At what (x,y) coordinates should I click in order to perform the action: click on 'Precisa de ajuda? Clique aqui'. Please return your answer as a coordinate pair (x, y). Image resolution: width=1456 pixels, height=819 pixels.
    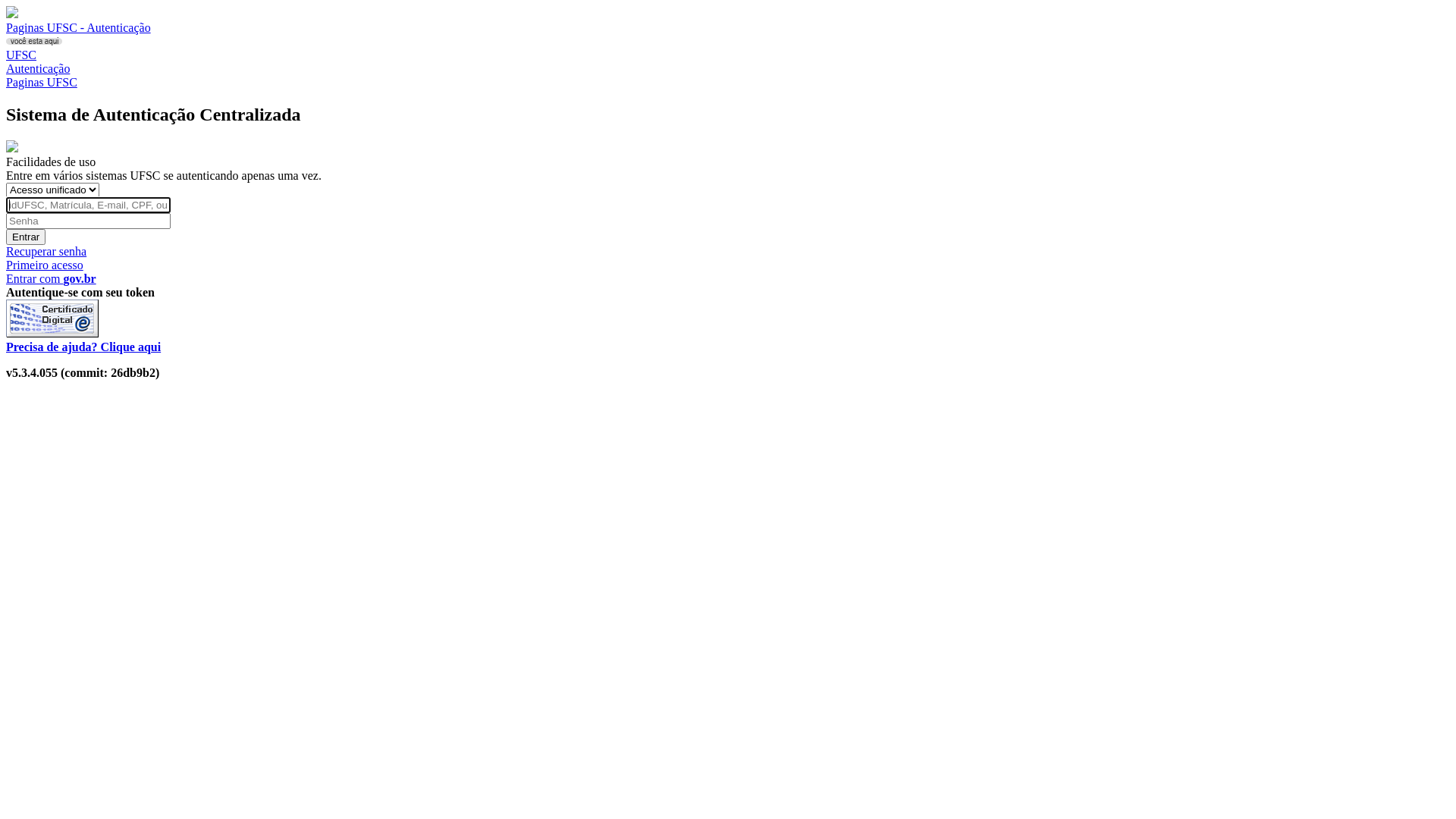
    Looking at the image, I should click on (6, 347).